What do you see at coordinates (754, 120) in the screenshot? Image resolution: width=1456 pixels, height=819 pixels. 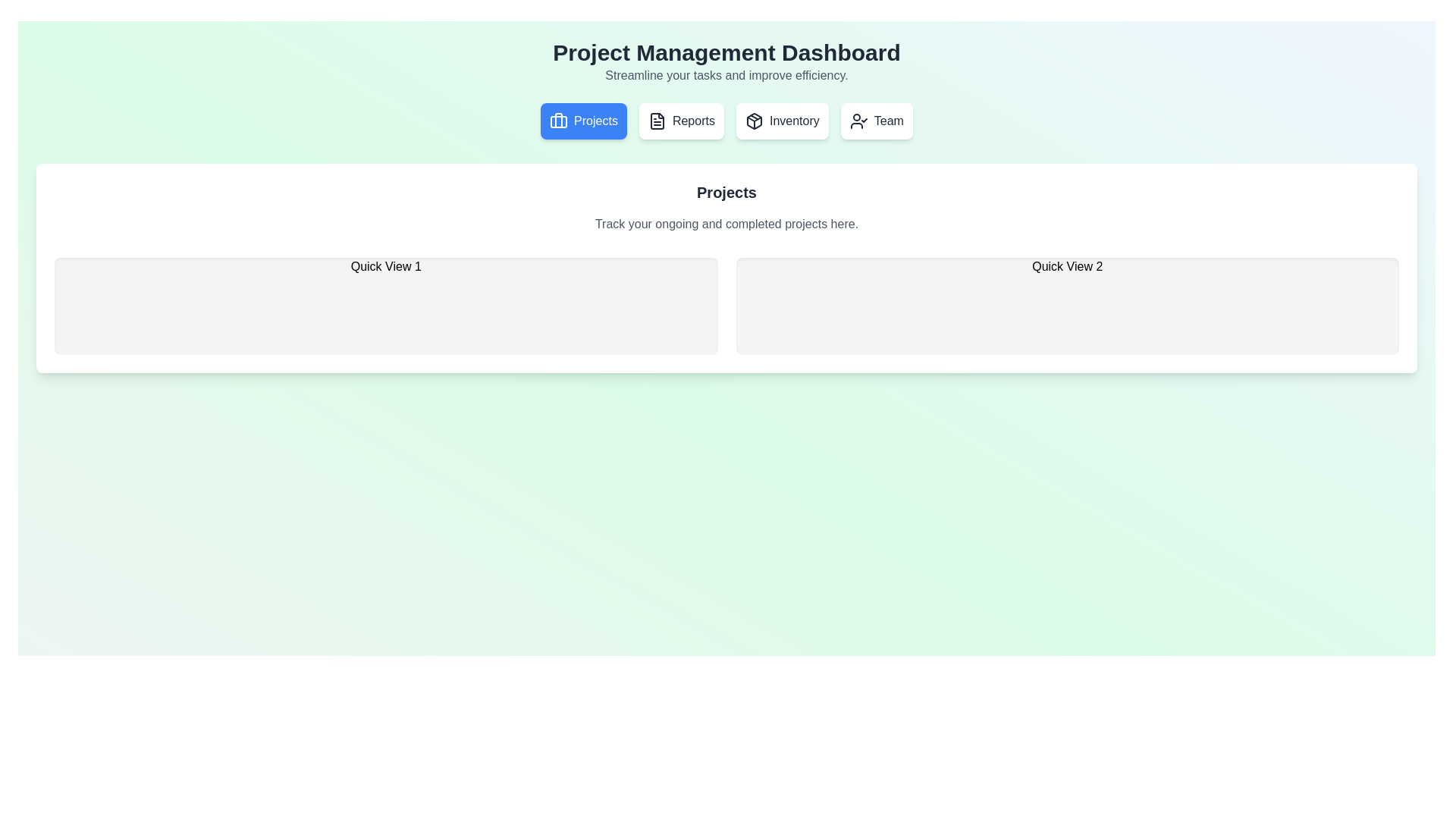 I see `the package icon within the 'Inventory' button, which is the third button in a horizontal array located beneath the header of the dashboard interface` at bounding box center [754, 120].